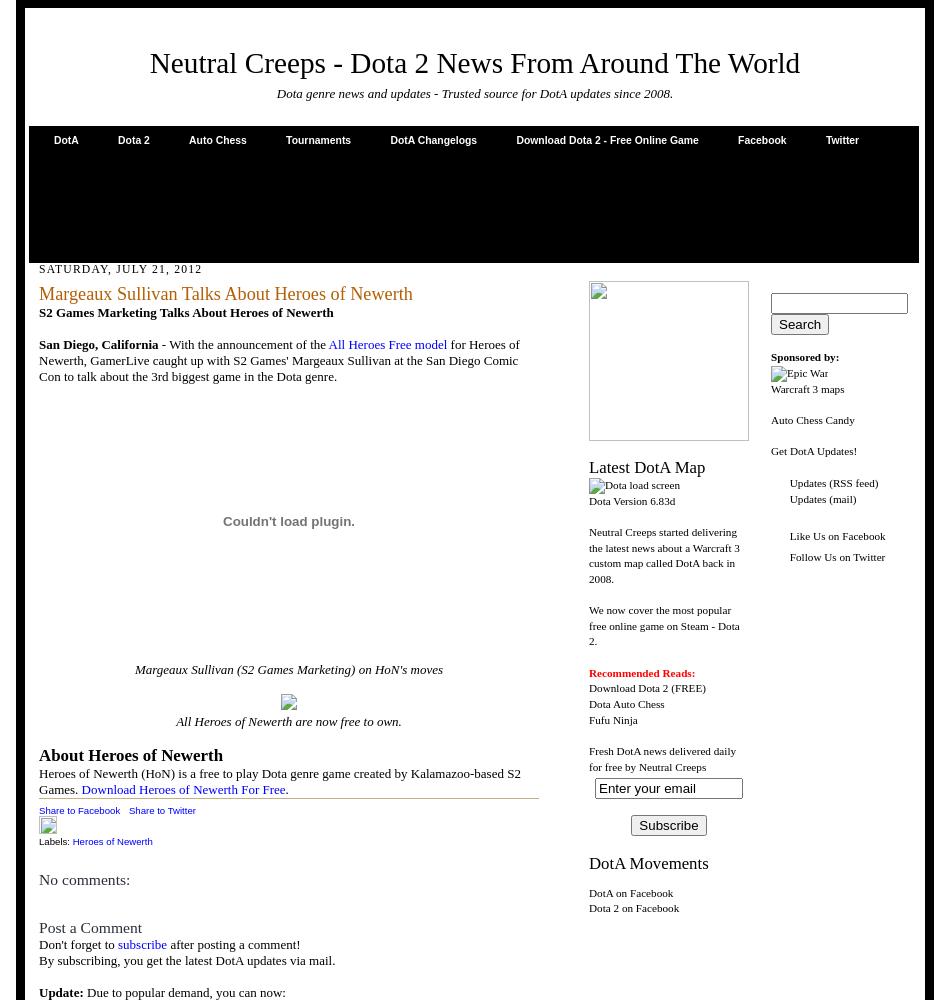  What do you see at coordinates (78, 943) in the screenshot?
I see `'Don't forget to'` at bounding box center [78, 943].